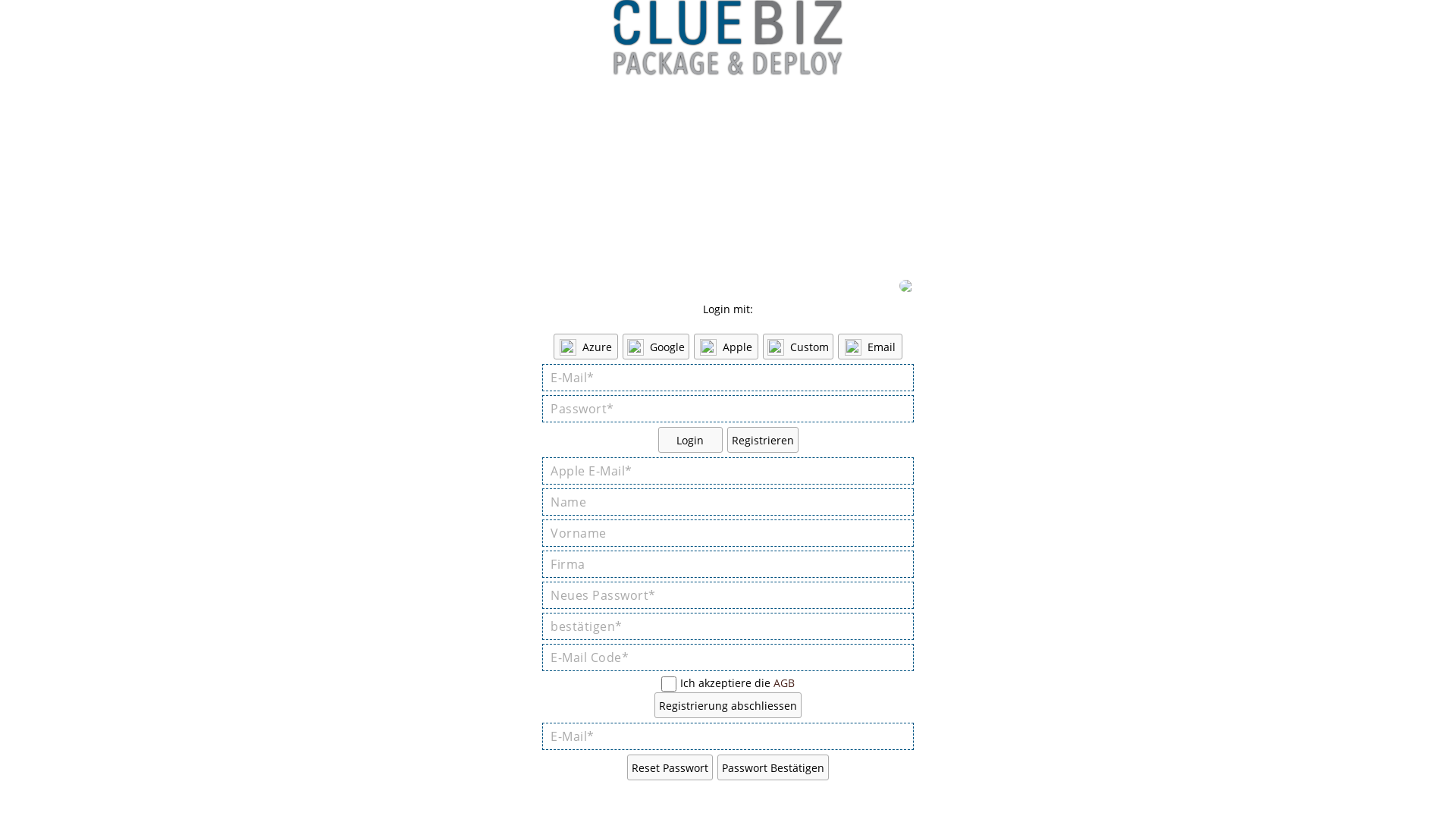 The width and height of the screenshot is (1456, 819). What do you see at coordinates (726, 439) in the screenshot?
I see `'Registrieren'` at bounding box center [726, 439].